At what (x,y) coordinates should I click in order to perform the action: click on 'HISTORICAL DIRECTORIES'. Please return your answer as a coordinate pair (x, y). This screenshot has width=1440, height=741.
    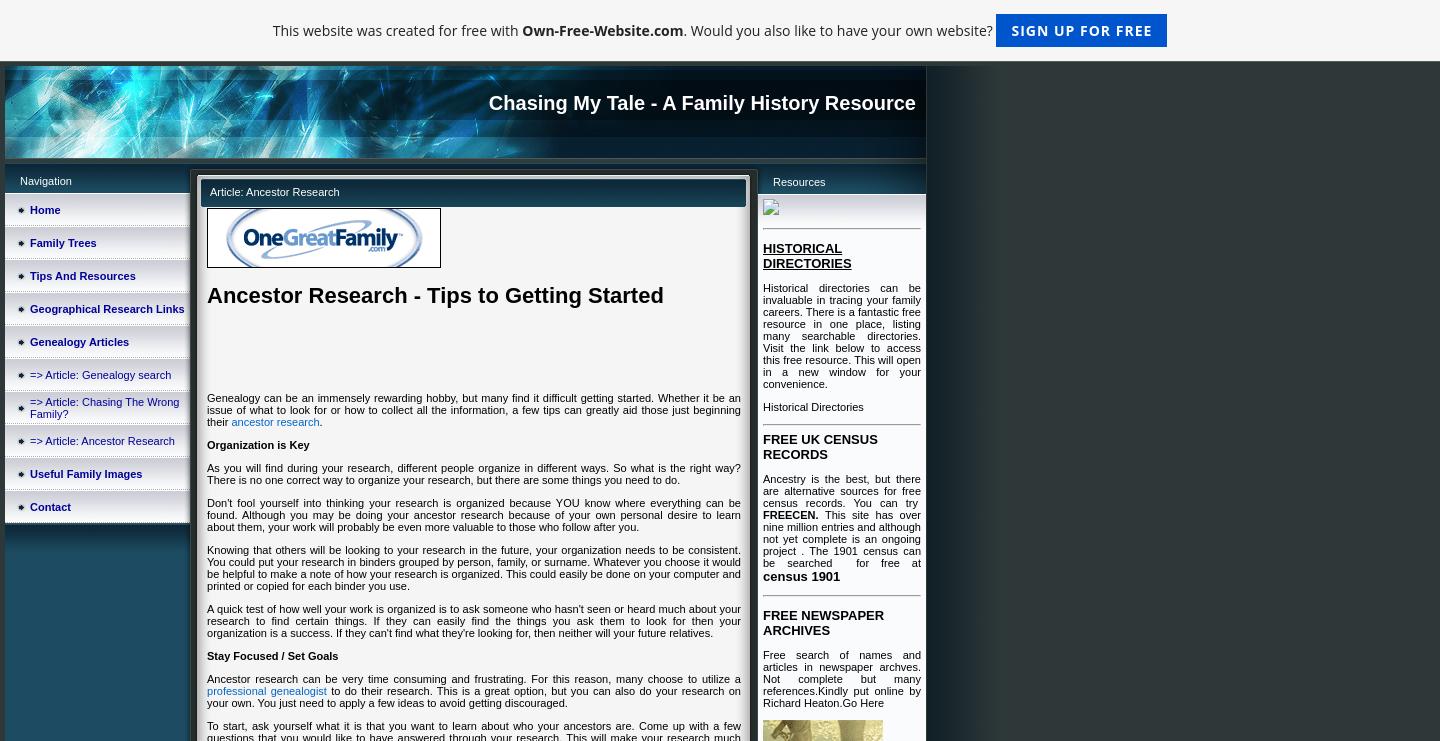
    Looking at the image, I should click on (806, 255).